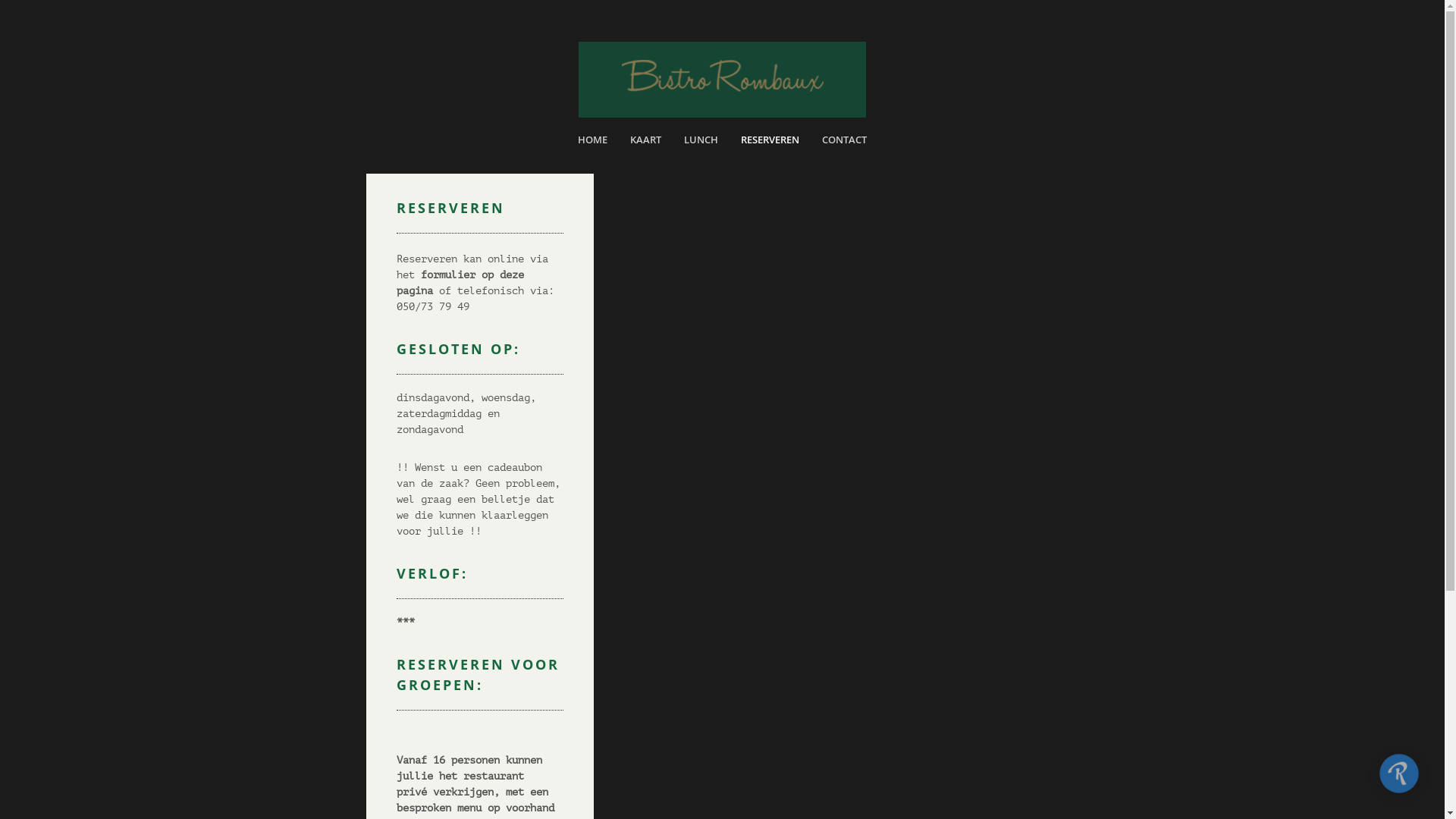  Describe the element at coordinates (700, 143) in the screenshot. I see `'LUNCH'` at that location.